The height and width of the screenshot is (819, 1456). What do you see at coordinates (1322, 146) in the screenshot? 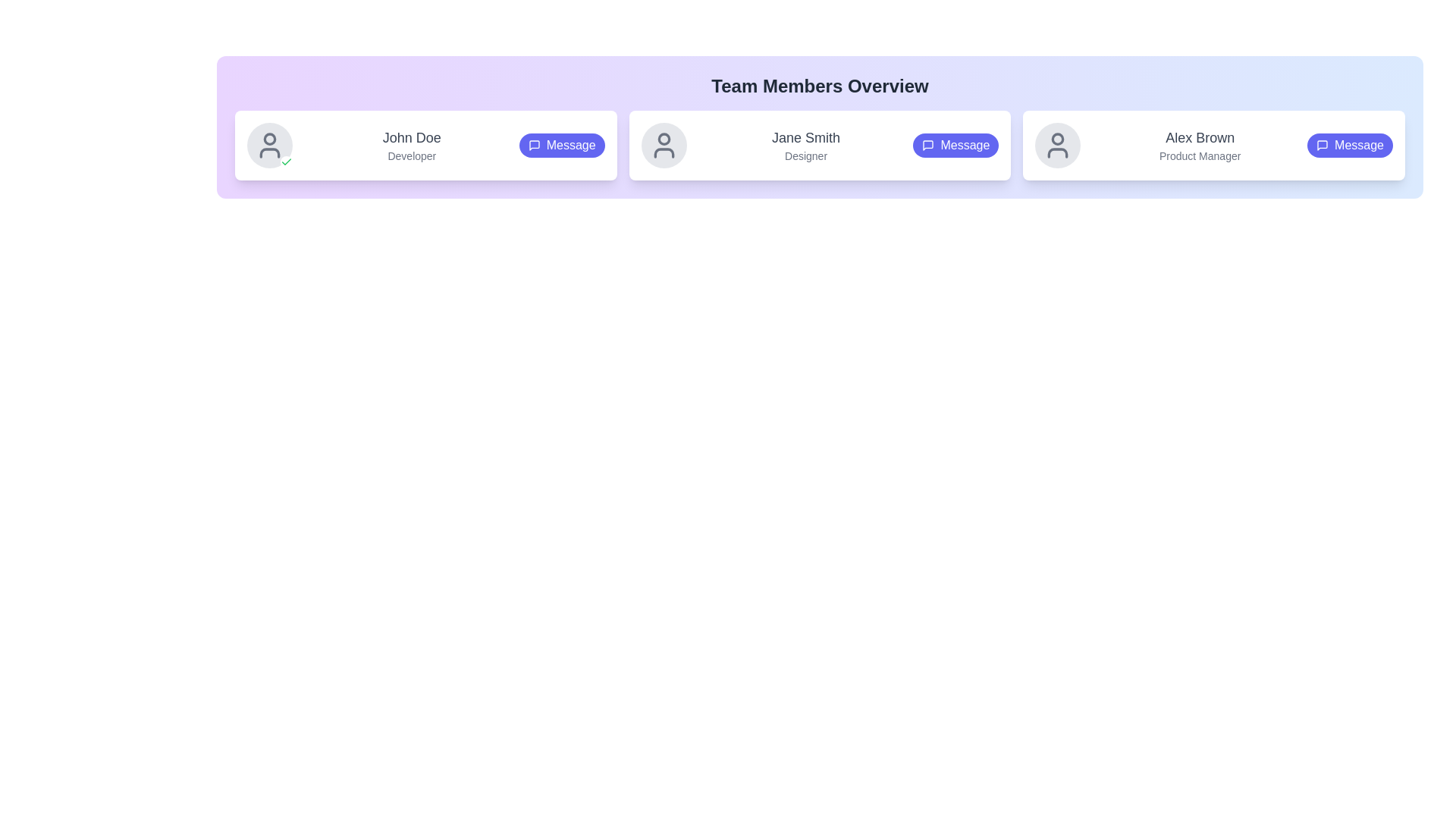
I see `the blue chat bubble icon at the beginning of the 'Message' button group for 'Alex Brown'` at bounding box center [1322, 146].